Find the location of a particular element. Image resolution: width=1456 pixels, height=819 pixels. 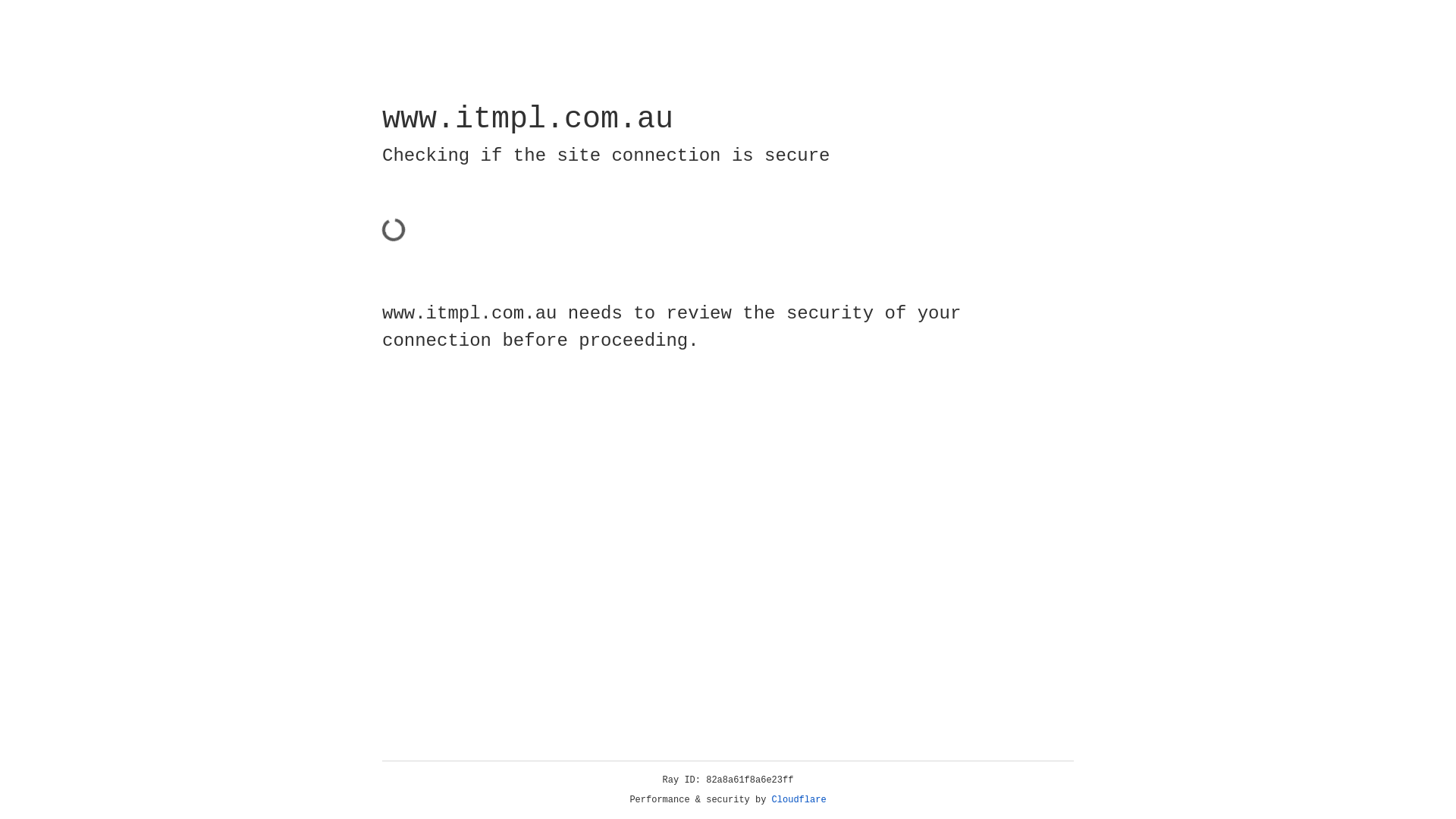

'Cloudflare' is located at coordinates (799, 799).